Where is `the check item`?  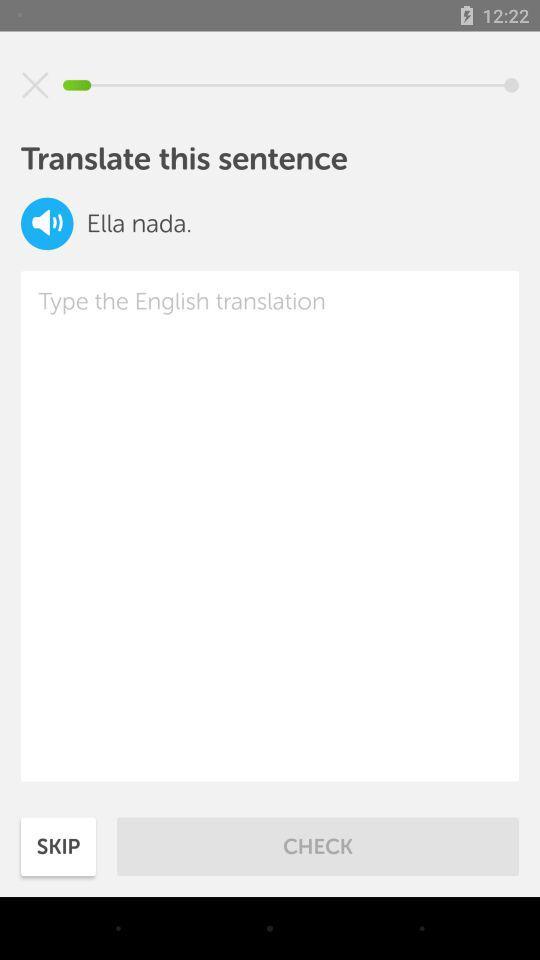 the check item is located at coordinates (318, 845).